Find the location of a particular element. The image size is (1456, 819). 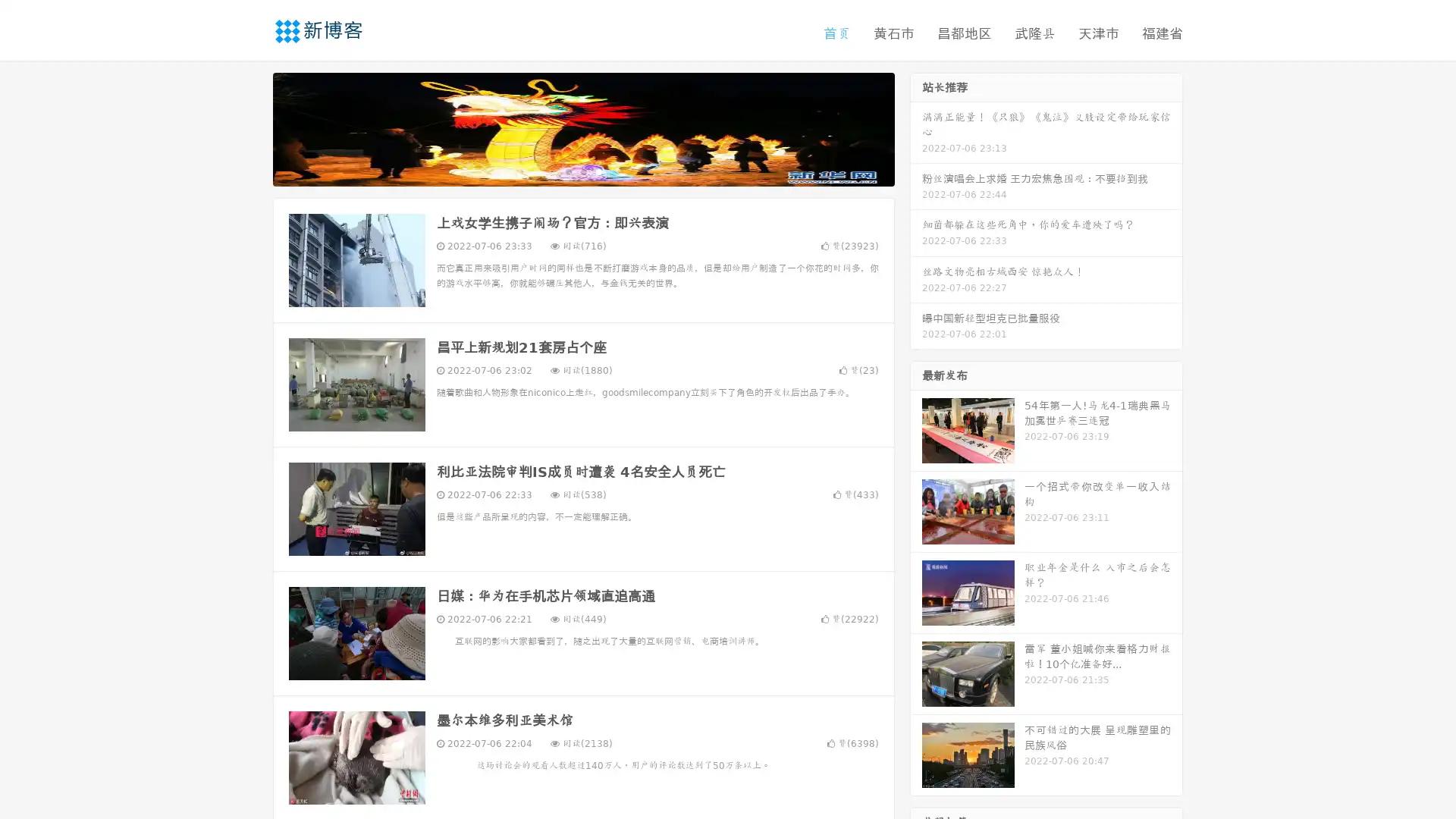

Next slide is located at coordinates (916, 127).